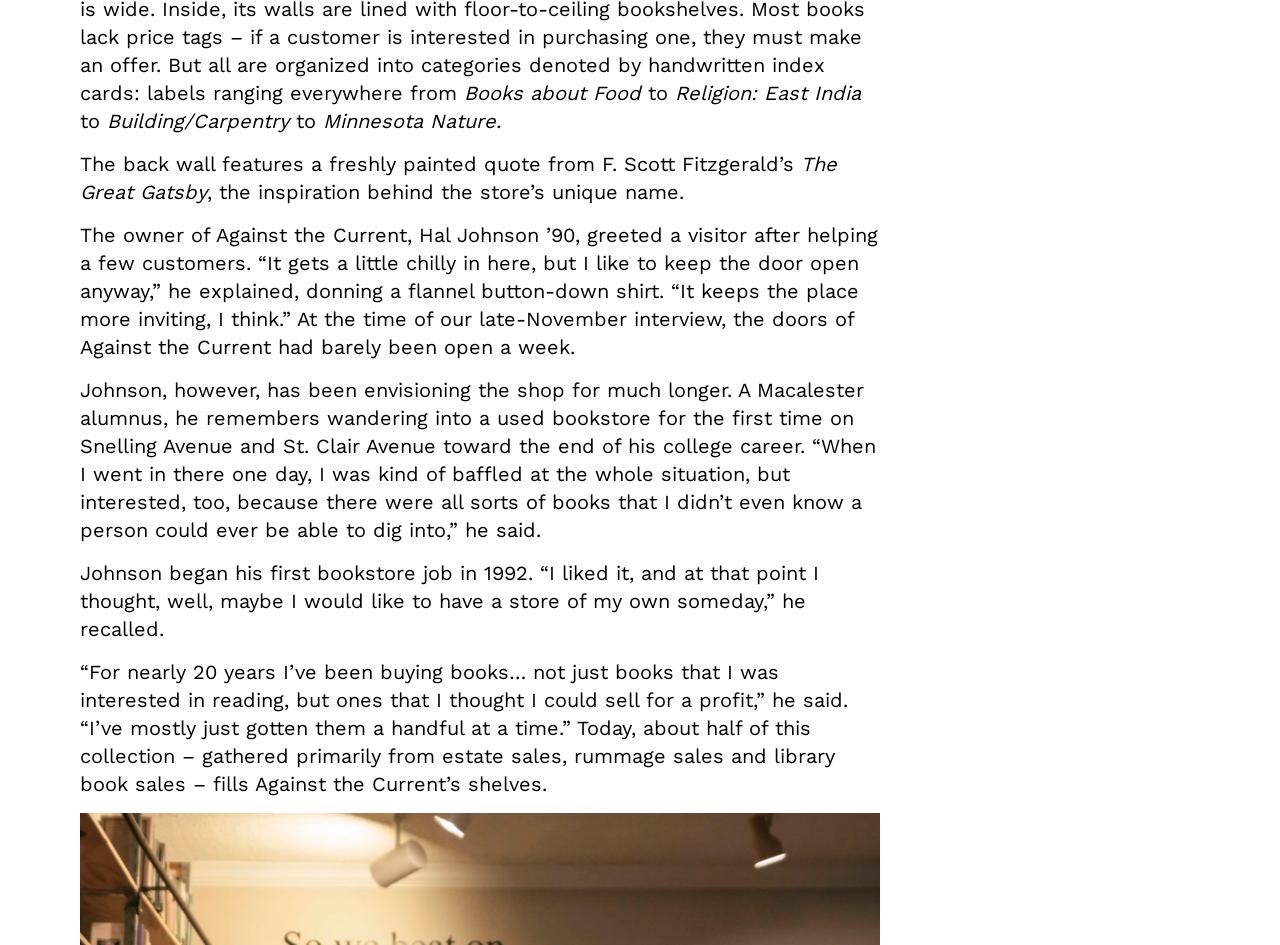  Describe the element at coordinates (439, 163) in the screenshot. I see `'The back wall features a freshly painted quote from F. Scott Fitzgerald’s'` at that location.